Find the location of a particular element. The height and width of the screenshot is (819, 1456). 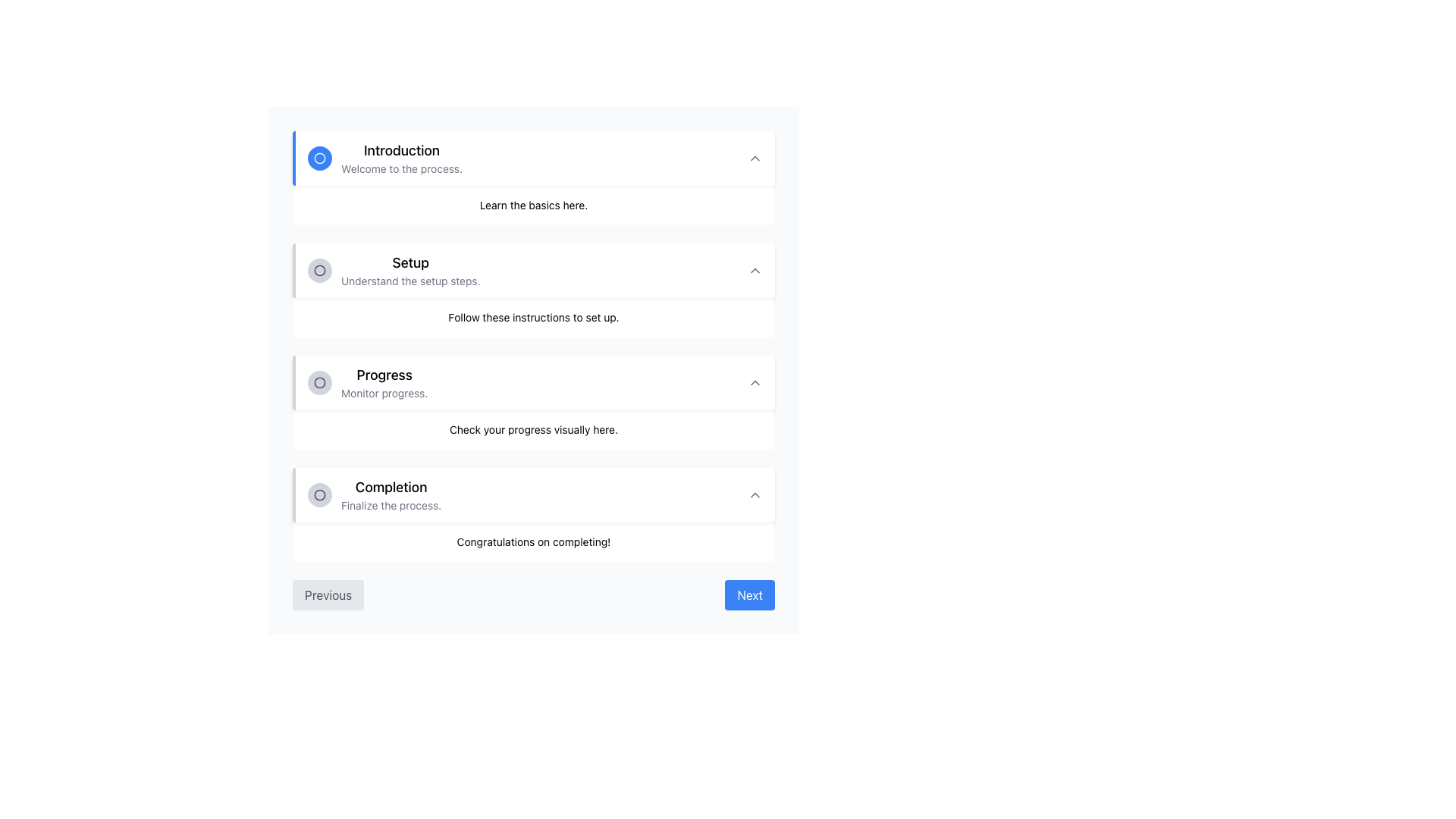

description of the Step titled 'Setup' with the subtitle 'Understand the setup steps.' located in the second row of the vertical list is located at coordinates (410, 270).